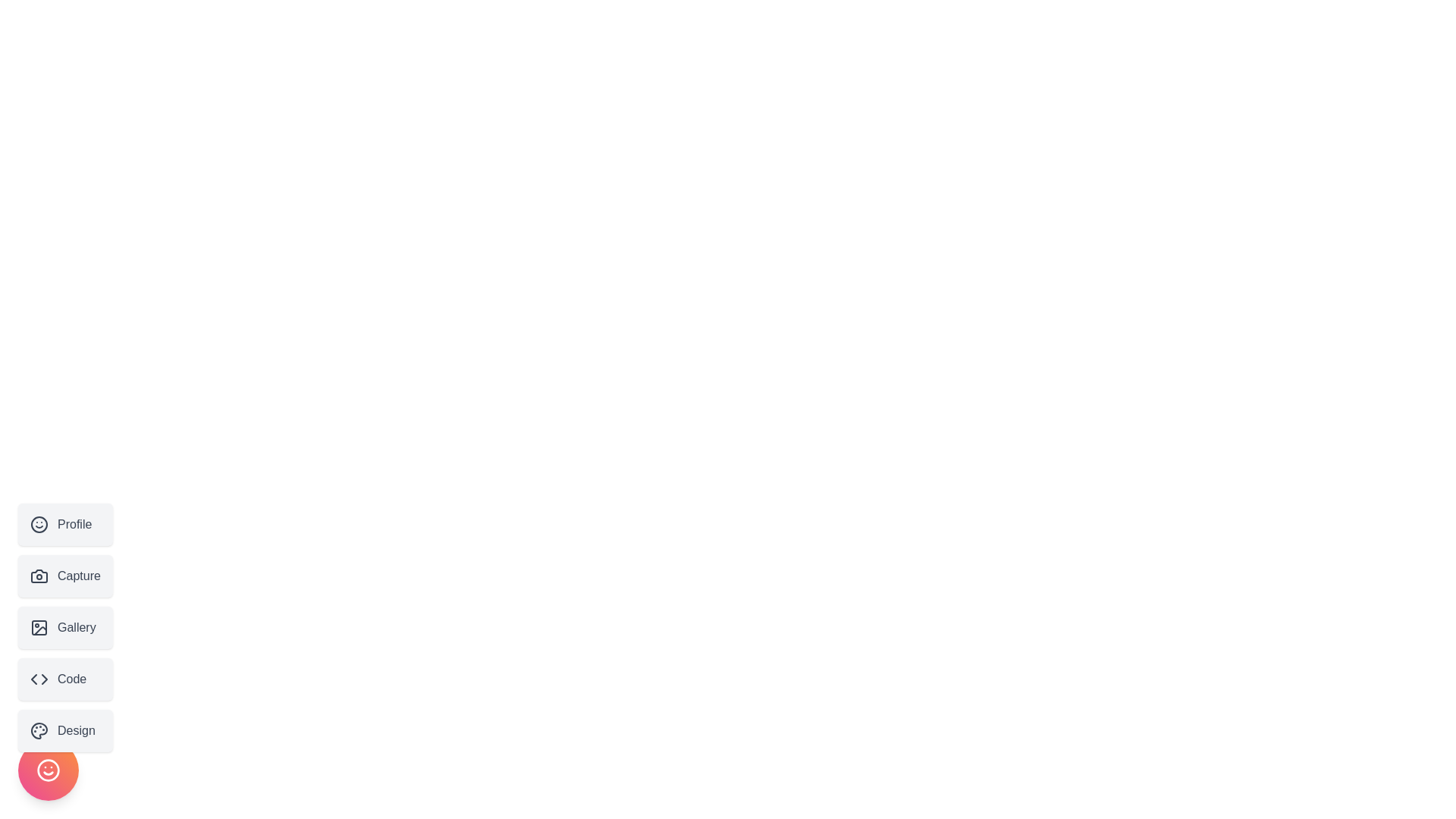 The width and height of the screenshot is (1456, 819). What do you see at coordinates (64, 628) in the screenshot?
I see `the Gallery button located below the Capture button and above the Code button` at bounding box center [64, 628].